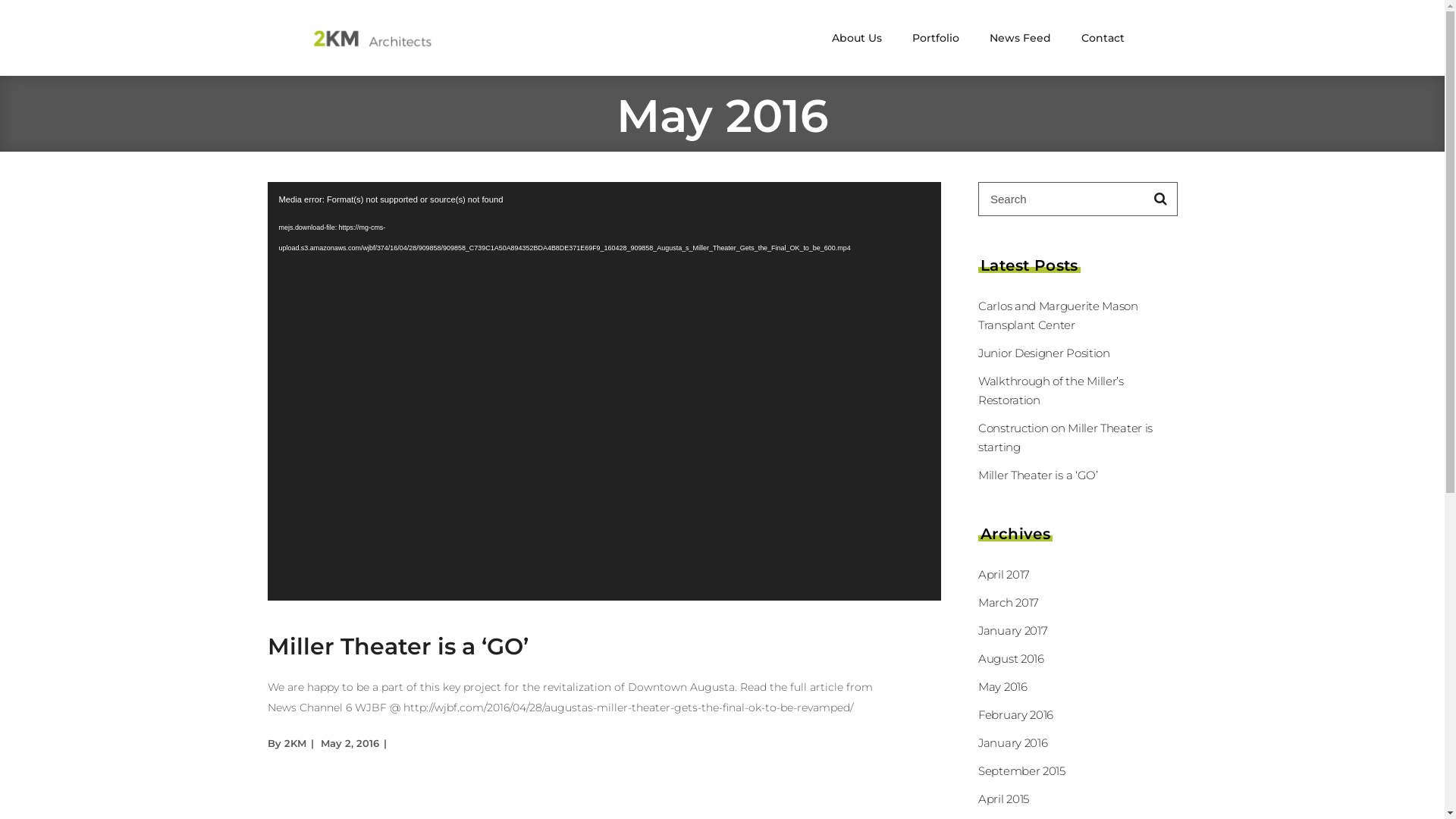 The image size is (1456, 819). What do you see at coordinates (855, 37) in the screenshot?
I see `'About Us'` at bounding box center [855, 37].